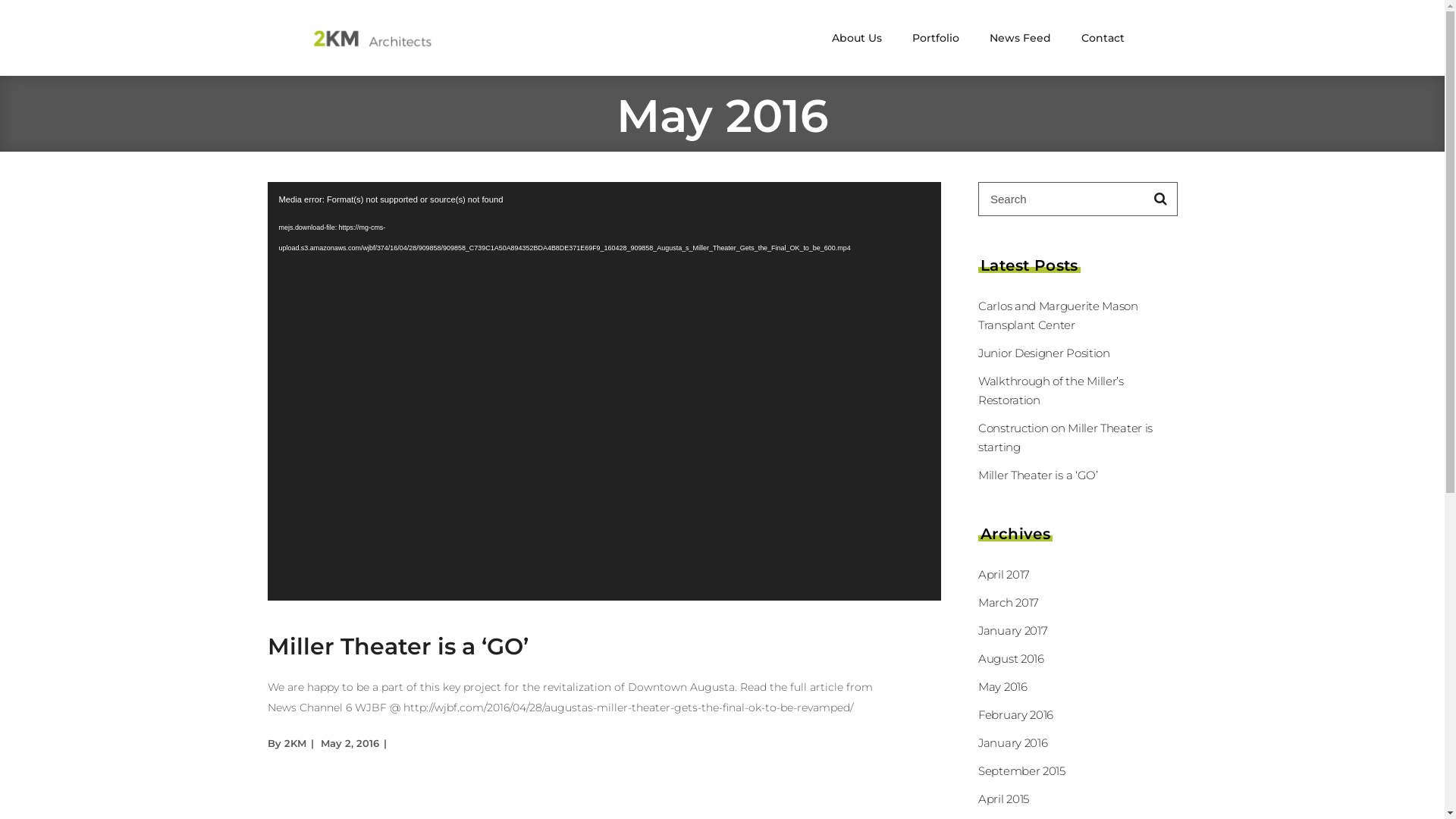 The image size is (1456, 819). What do you see at coordinates (855, 37) in the screenshot?
I see `'About Us'` at bounding box center [855, 37].